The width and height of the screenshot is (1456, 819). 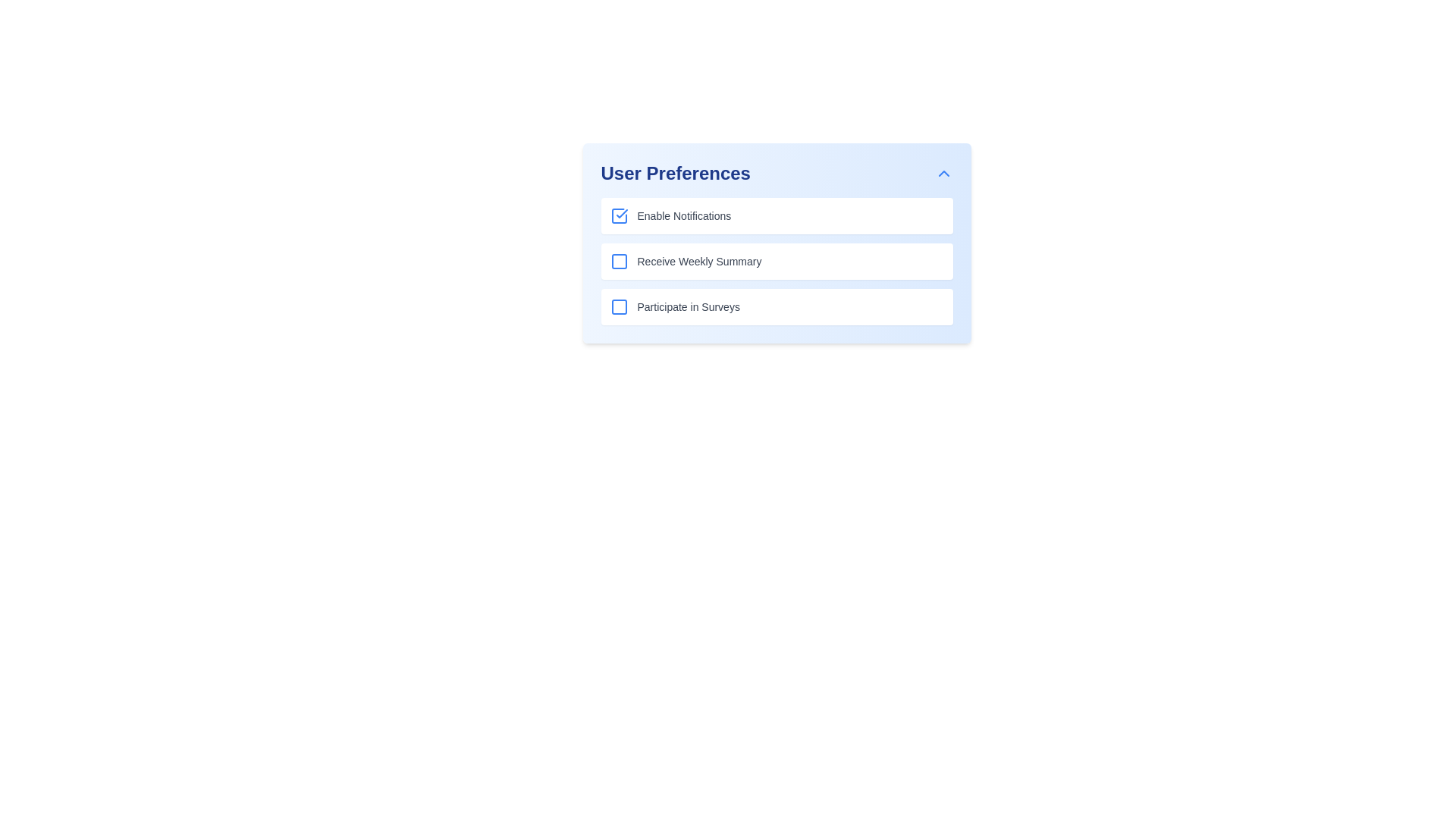 I want to click on the visual state of the 'Receive Weekly Summary' checkbox indicator graphic, which is located in the second checkbox under the 'User Preferences' header, so click(x=619, y=260).